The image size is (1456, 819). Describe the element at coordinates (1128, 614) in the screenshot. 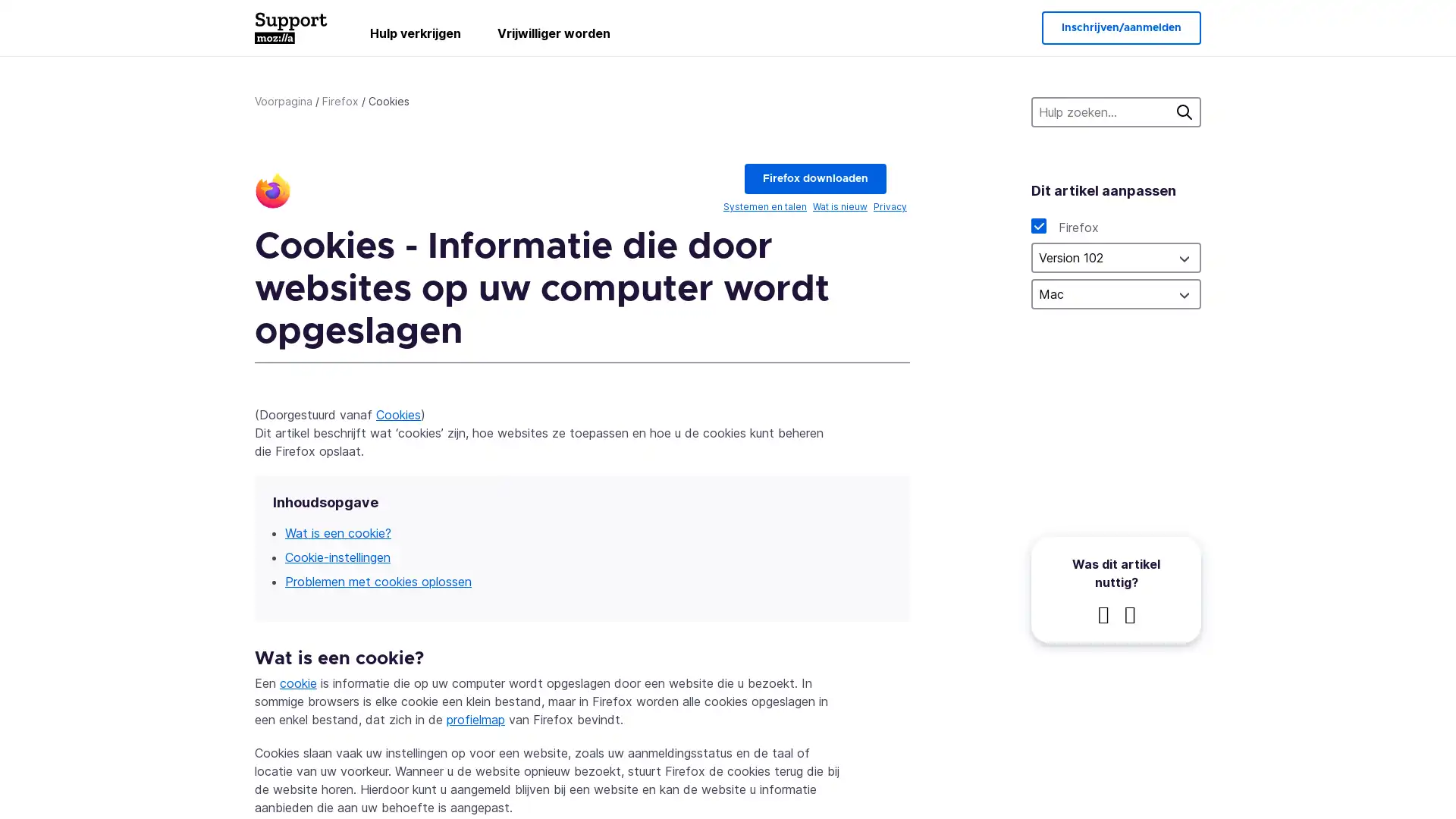

I see `Nee` at that location.